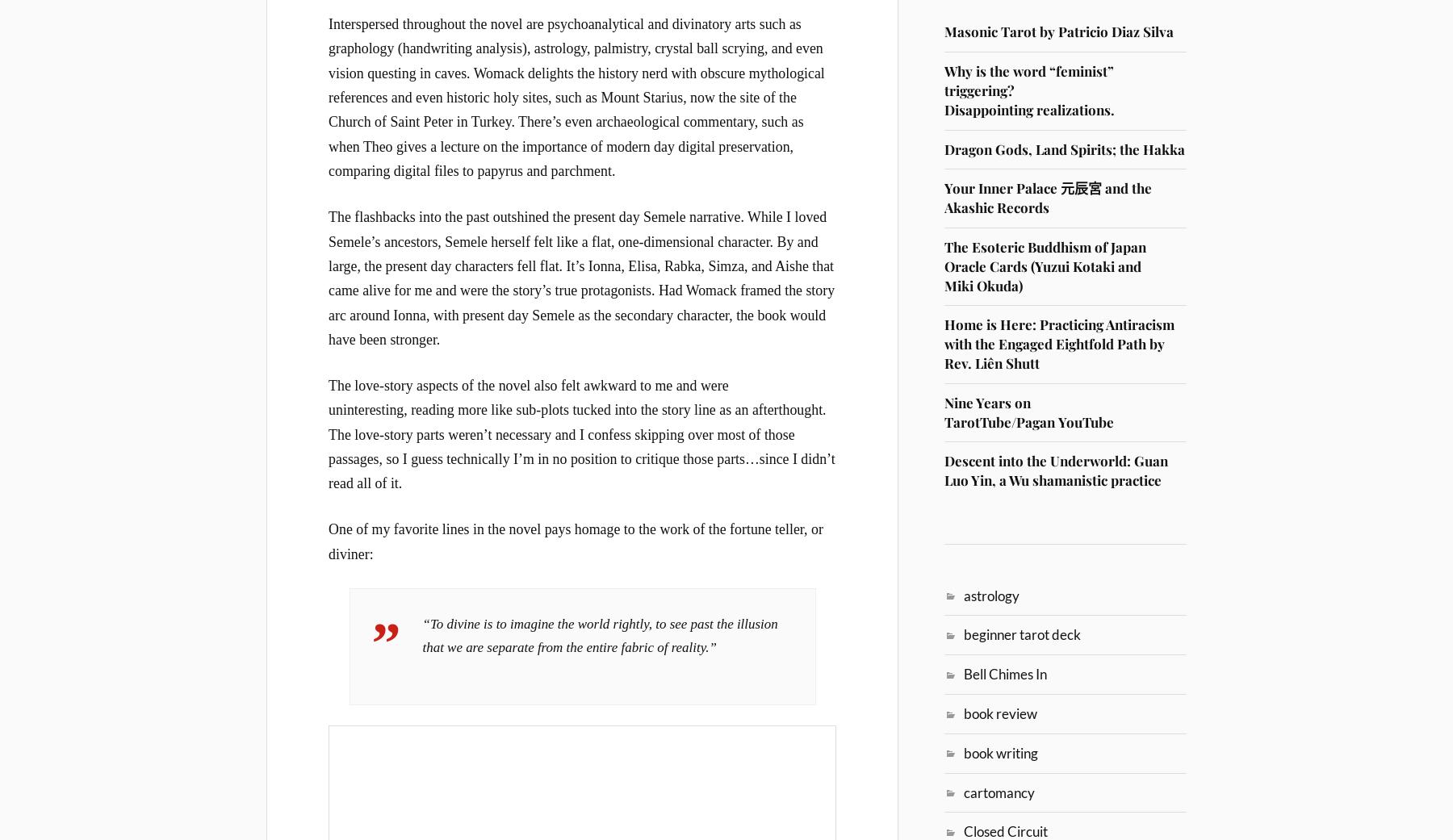 This screenshot has height=840, width=1453. What do you see at coordinates (990, 595) in the screenshot?
I see `'astrology'` at bounding box center [990, 595].